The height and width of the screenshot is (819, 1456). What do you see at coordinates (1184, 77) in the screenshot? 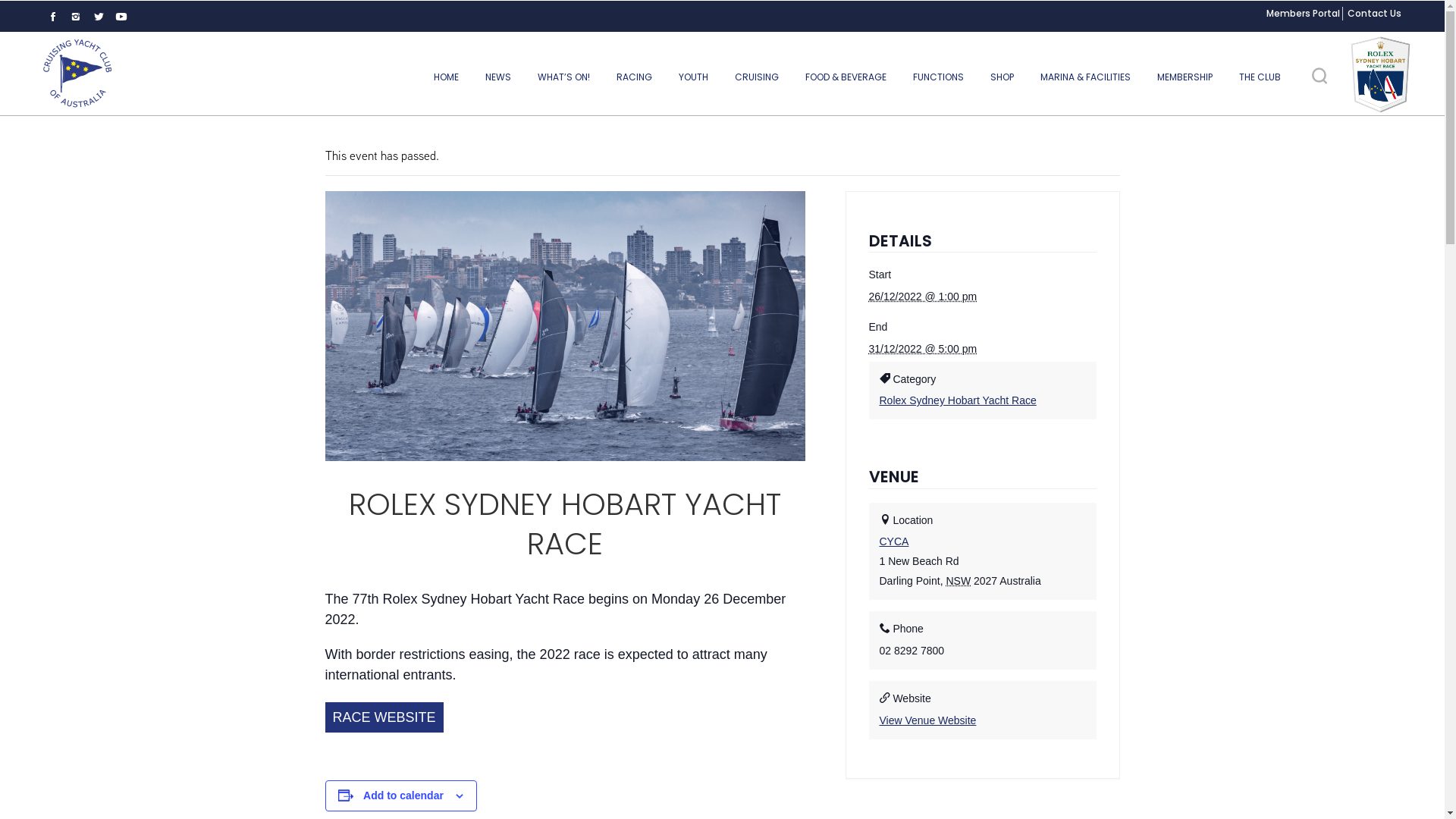
I see `'MEMBERSHIP'` at bounding box center [1184, 77].